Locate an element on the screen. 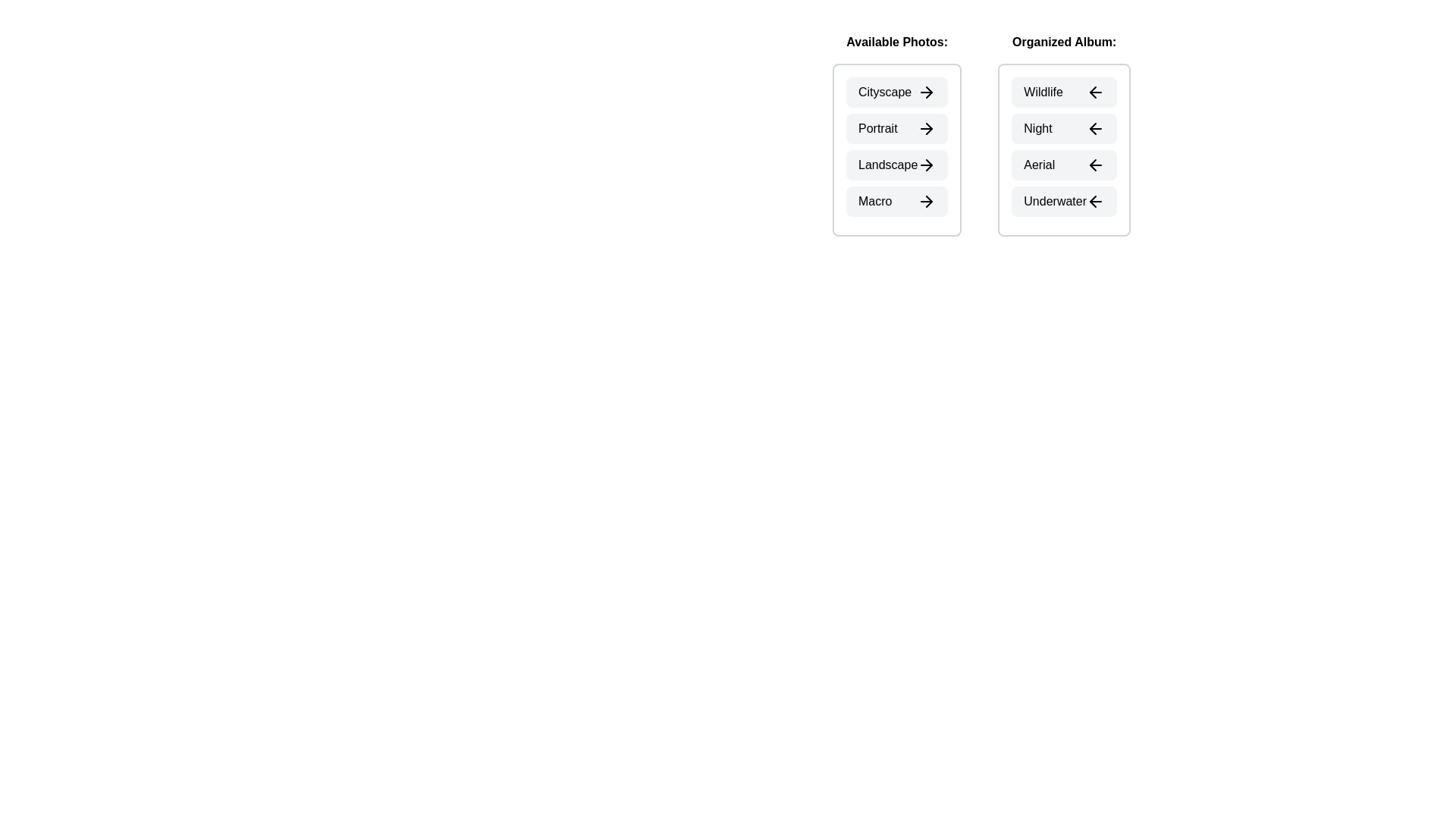  left arrow icon next to the photo Night in the Organized Album section to transfer it to the Available Photos section is located at coordinates (1095, 127).